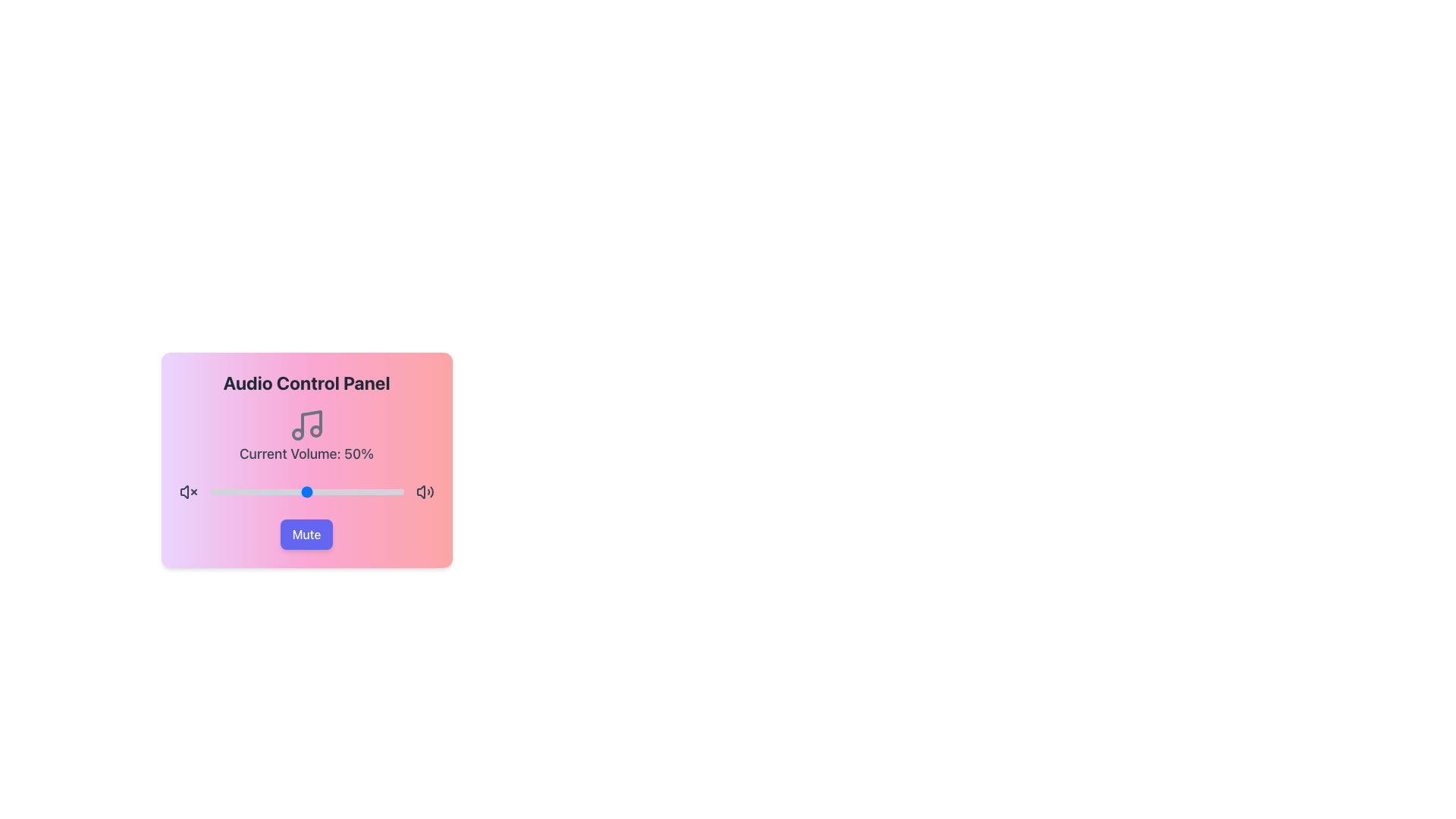 This screenshot has width=1456, height=819. Describe the element at coordinates (273, 491) in the screenshot. I see `the volume` at that location.